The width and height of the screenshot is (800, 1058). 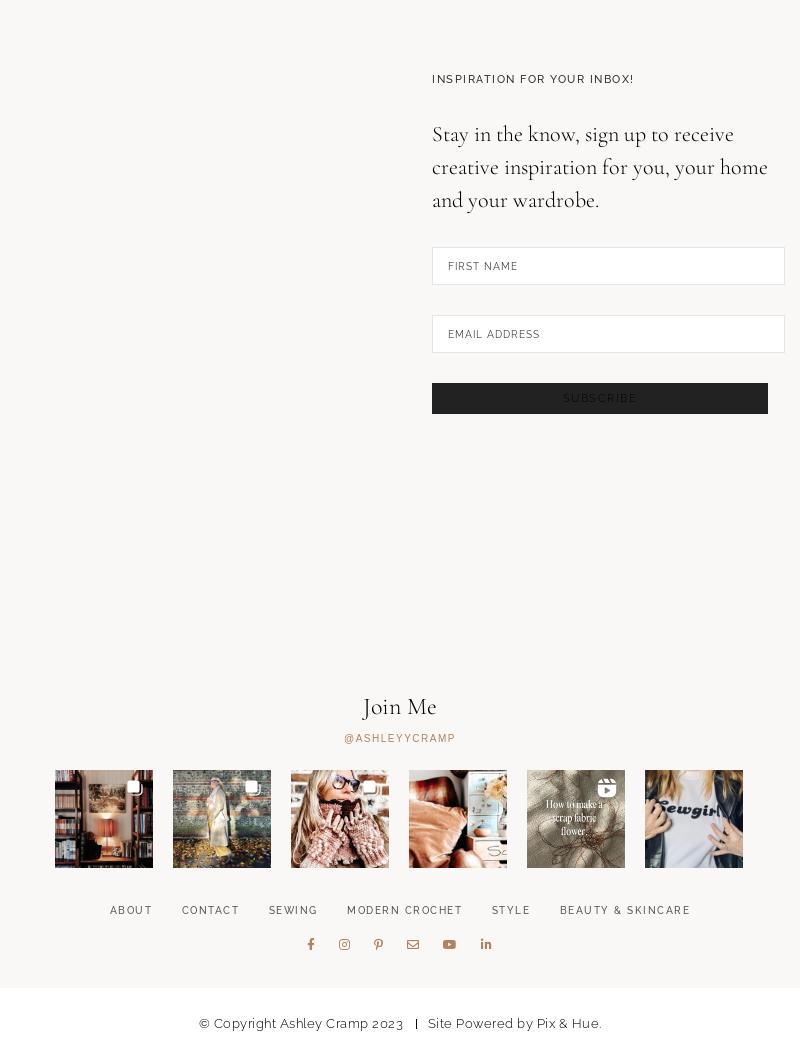 I want to click on 'Inspiration for your Inbox!', so click(x=532, y=181).